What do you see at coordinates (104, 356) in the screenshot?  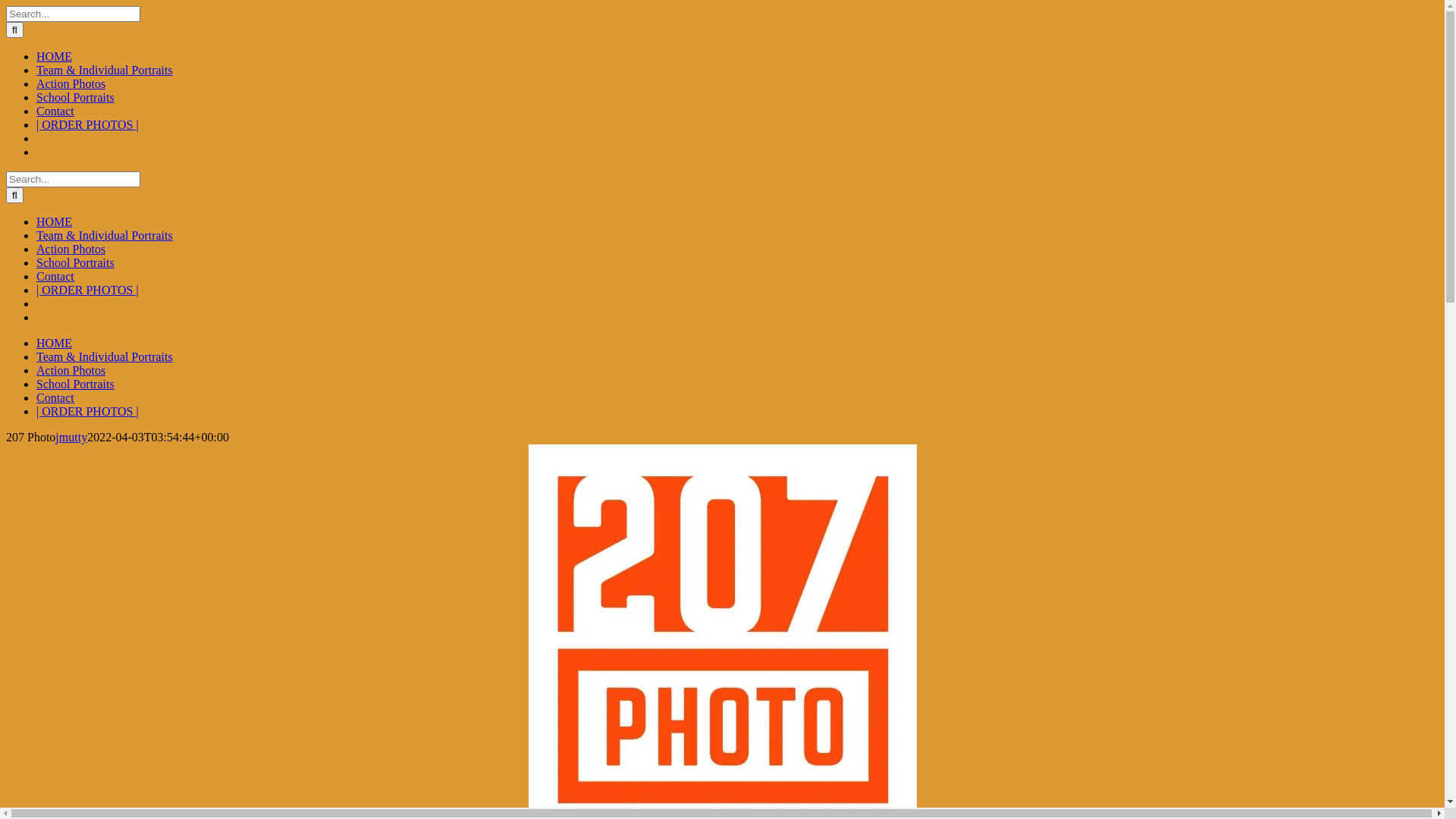 I see `'Team & Individual Portraits'` at bounding box center [104, 356].